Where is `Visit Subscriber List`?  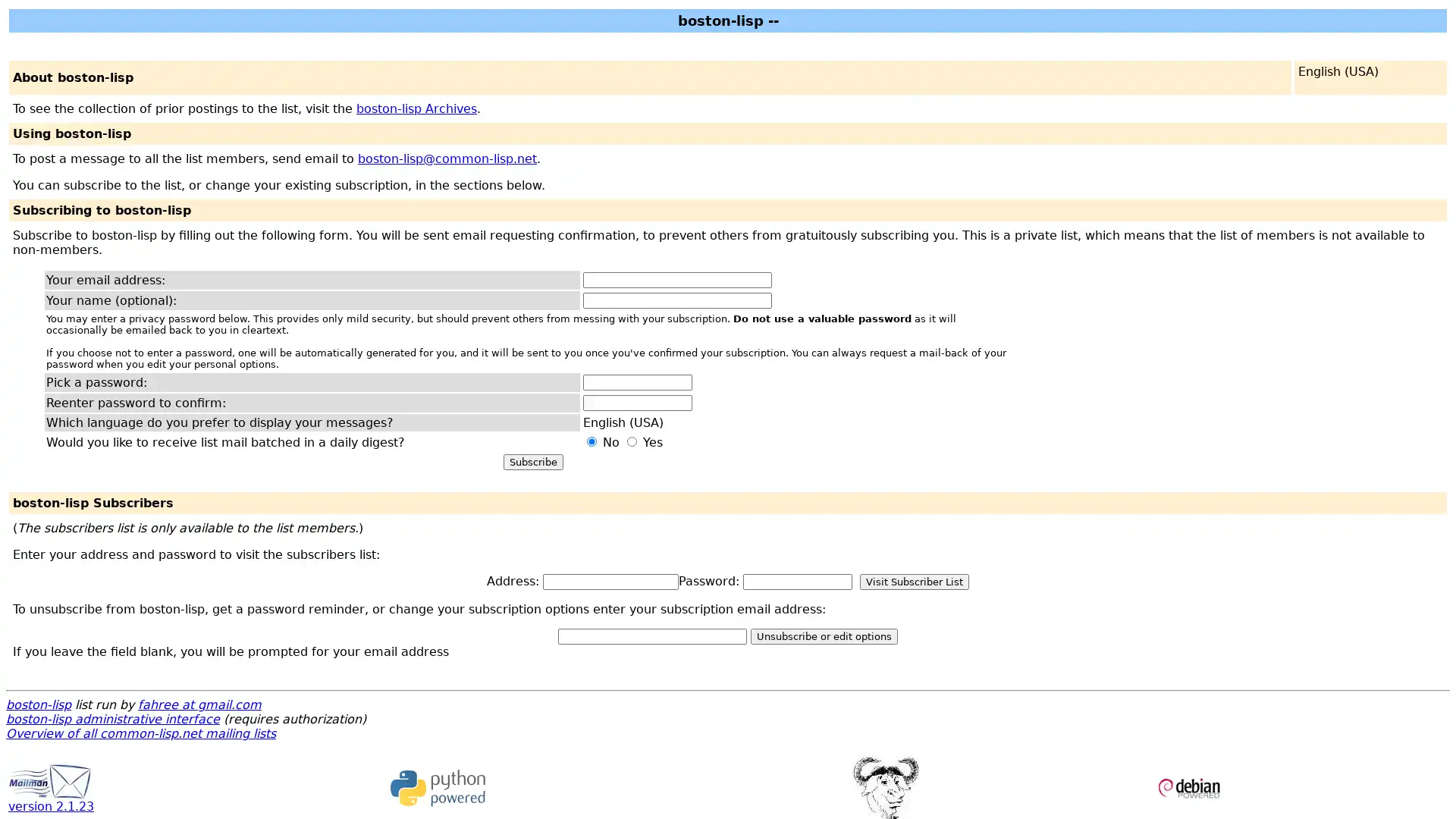 Visit Subscriber List is located at coordinates (913, 581).